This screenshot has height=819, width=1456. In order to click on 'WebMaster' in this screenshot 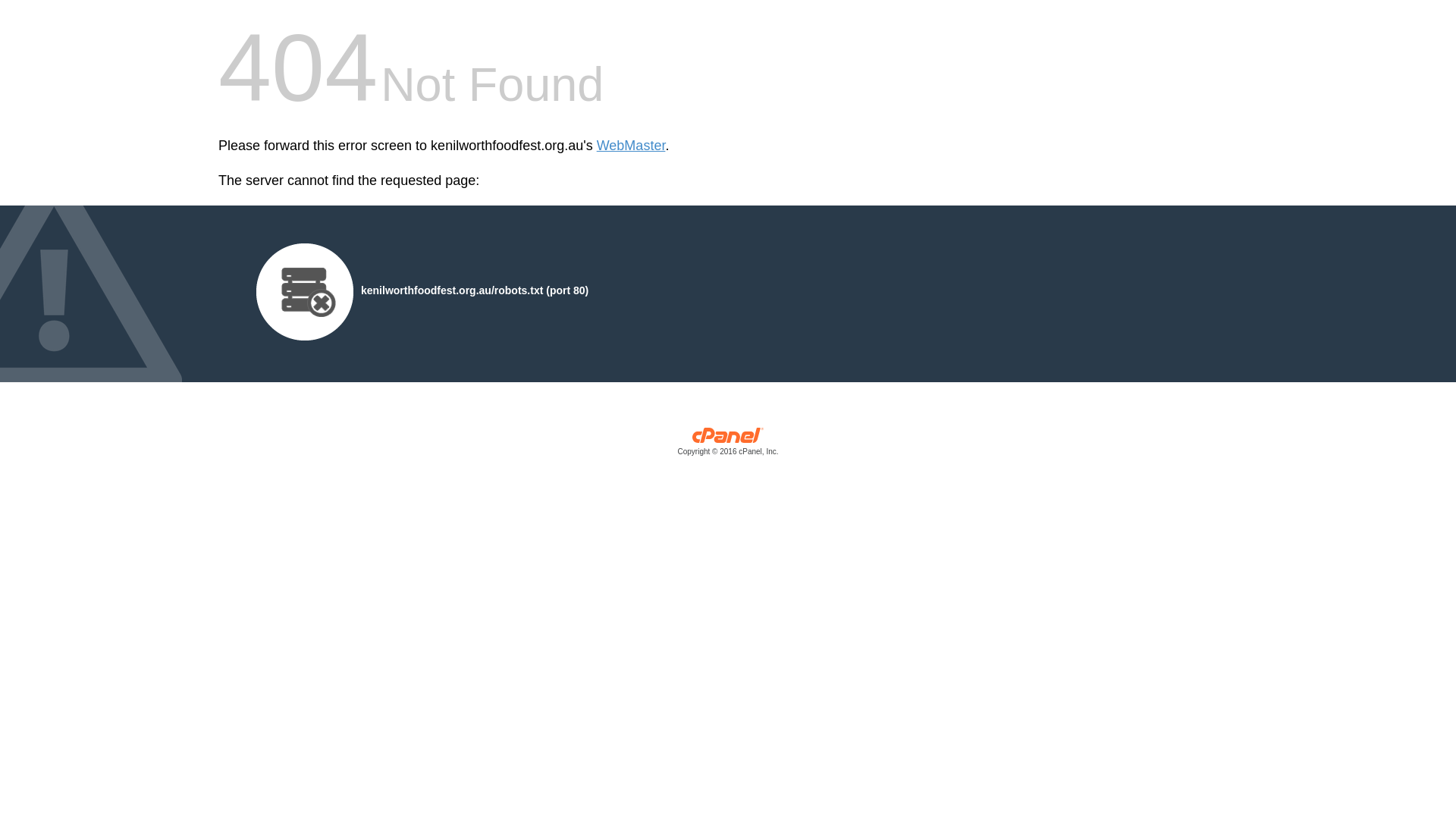, I will do `click(631, 146)`.